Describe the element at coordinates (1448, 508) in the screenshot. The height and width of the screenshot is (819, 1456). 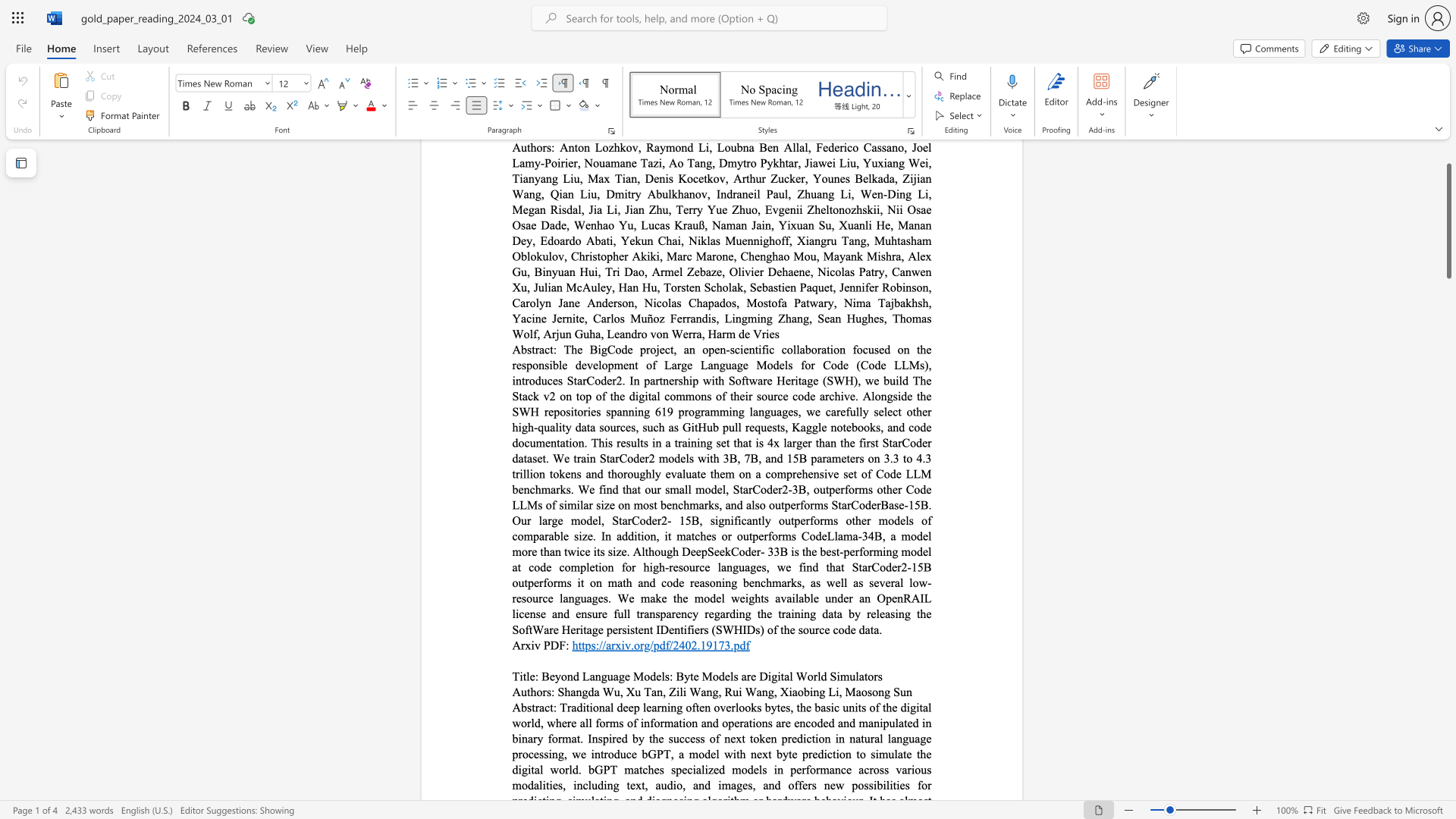
I see `the scrollbar to move the page downward` at that location.